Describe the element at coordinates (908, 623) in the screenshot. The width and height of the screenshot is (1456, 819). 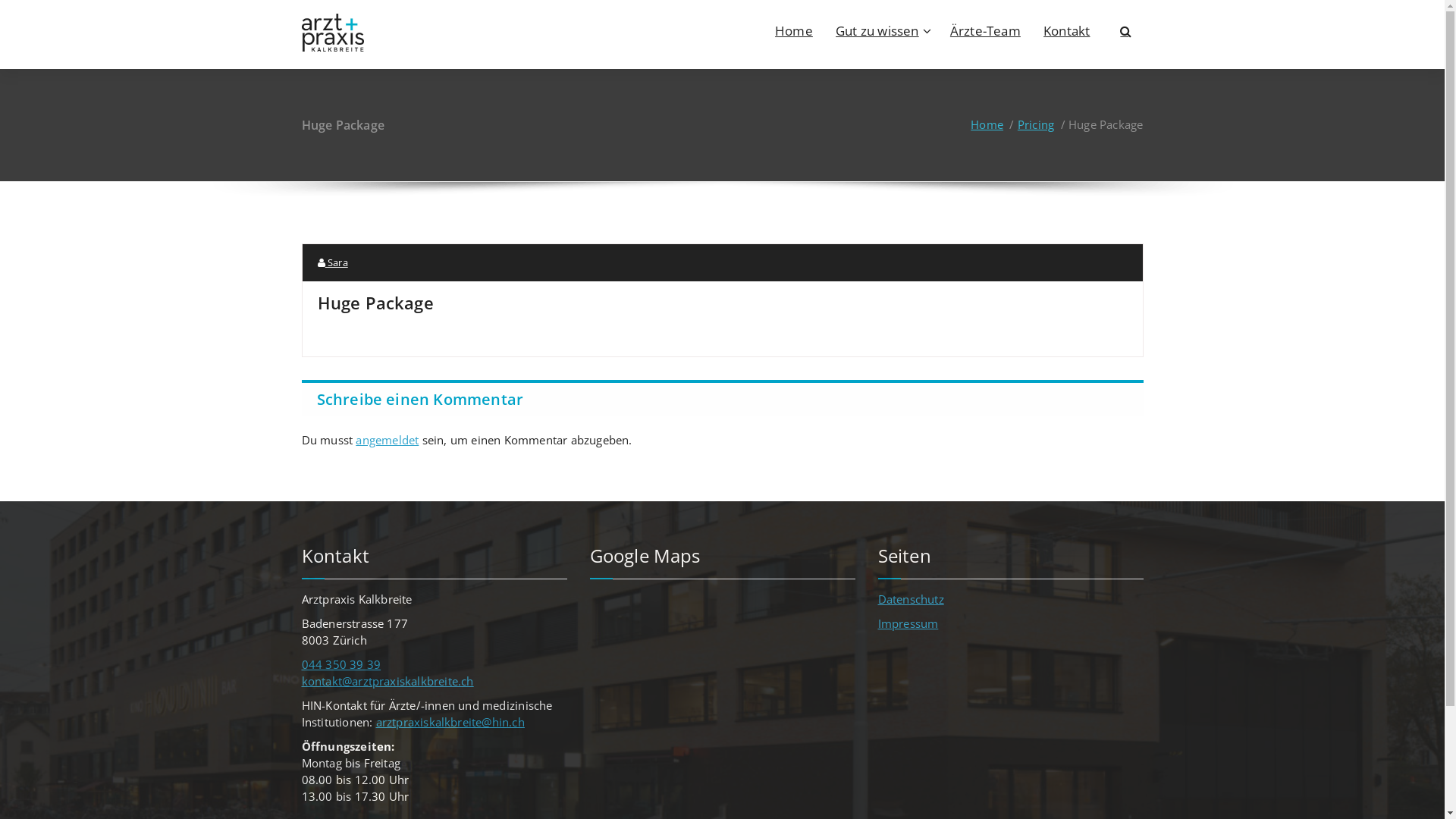
I see `'Impressum'` at that location.